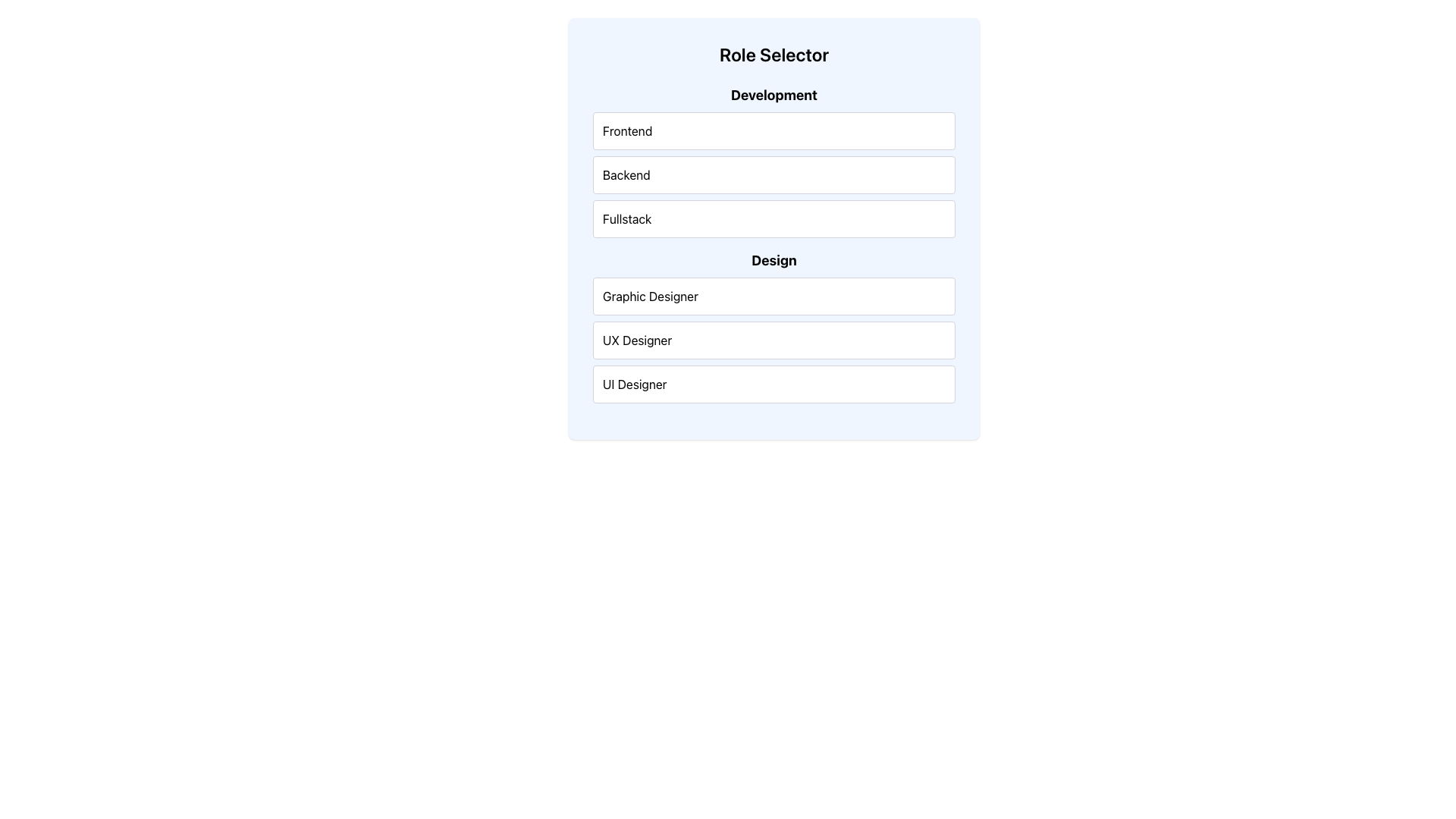 The width and height of the screenshot is (1456, 819). What do you see at coordinates (774, 326) in the screenshot?
I see `the second button in the 'Design' section that represents the 'UX Designer' role, located between the 'Graphic Designer' and 'UI Designer' buttons` at bounding box center [774, 326].